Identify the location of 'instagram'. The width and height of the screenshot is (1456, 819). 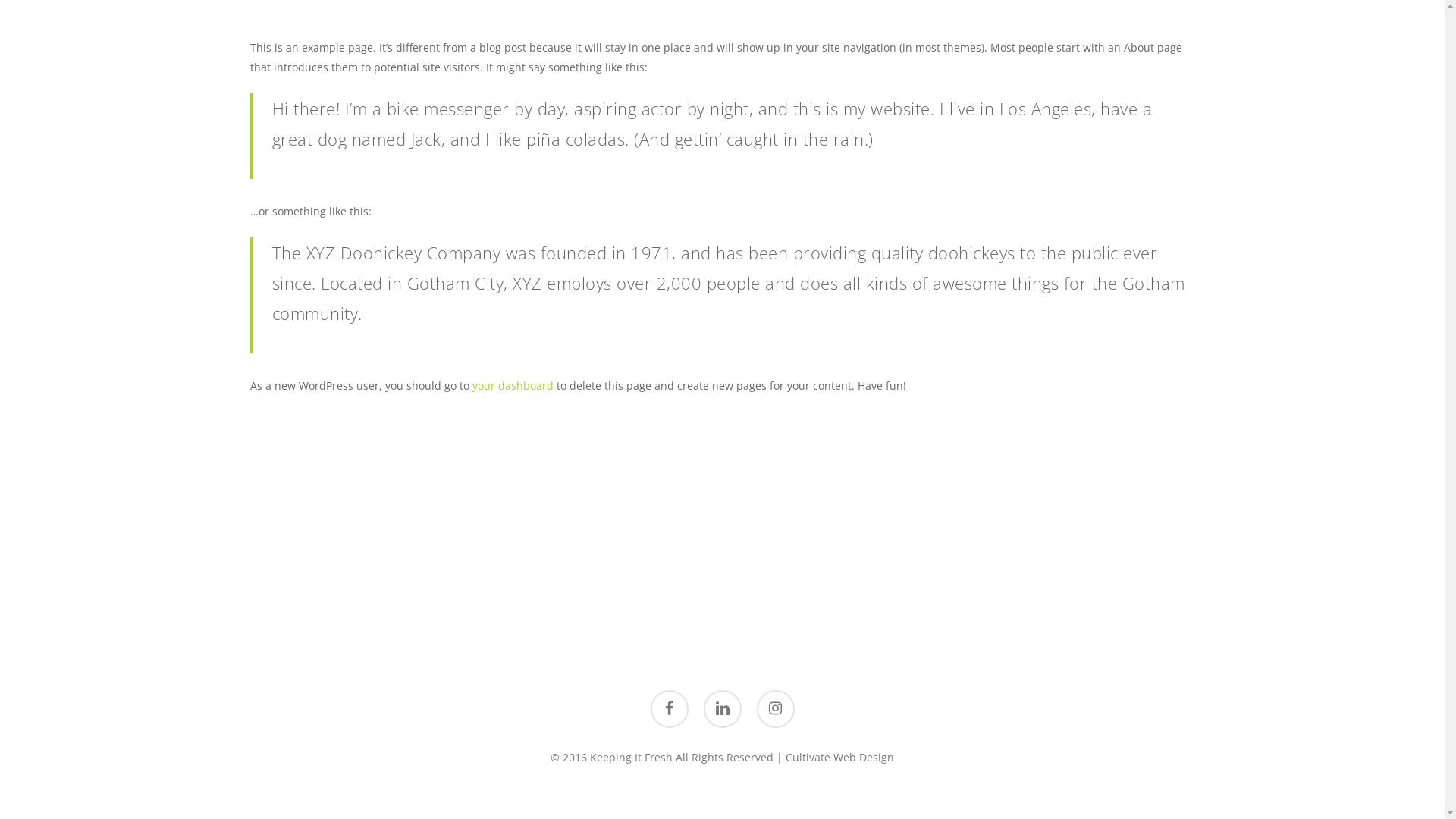
(775, 708).